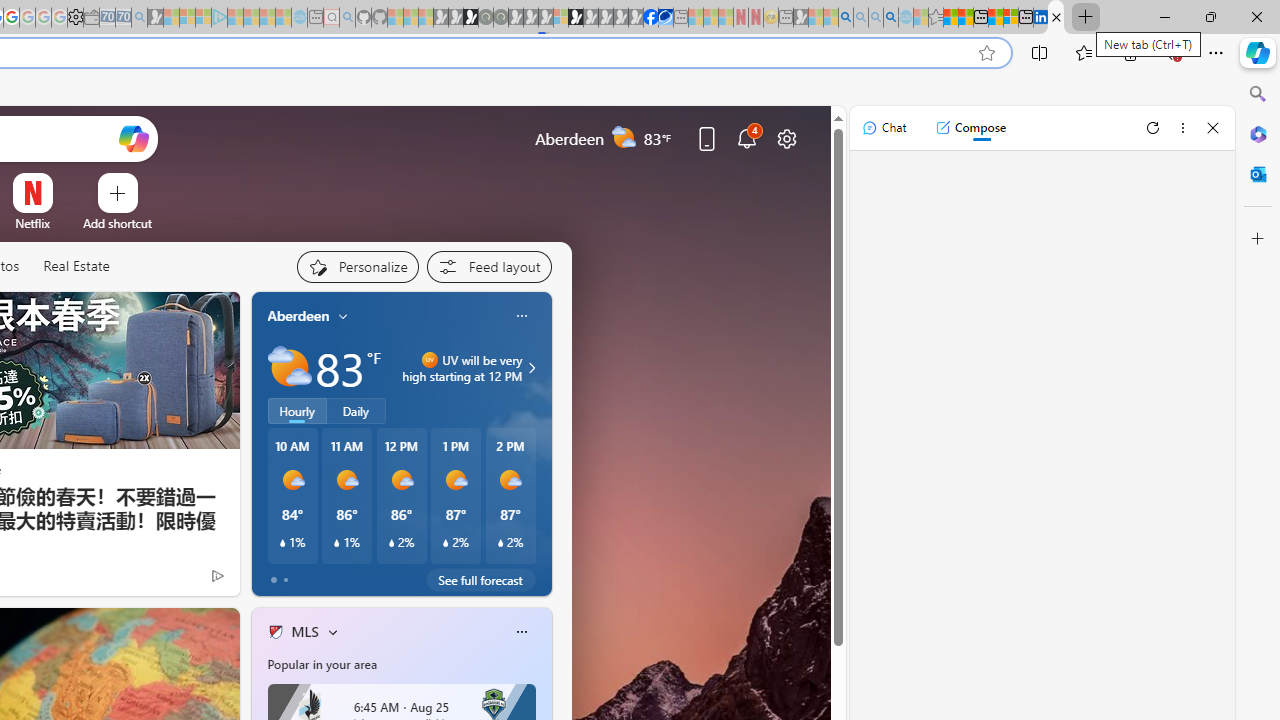 This screenshot has height=720, width=1280. What do you see at coordinates (332, 631) in the screenshot?
I see `'More interests'` at bounding box center [332, 631].